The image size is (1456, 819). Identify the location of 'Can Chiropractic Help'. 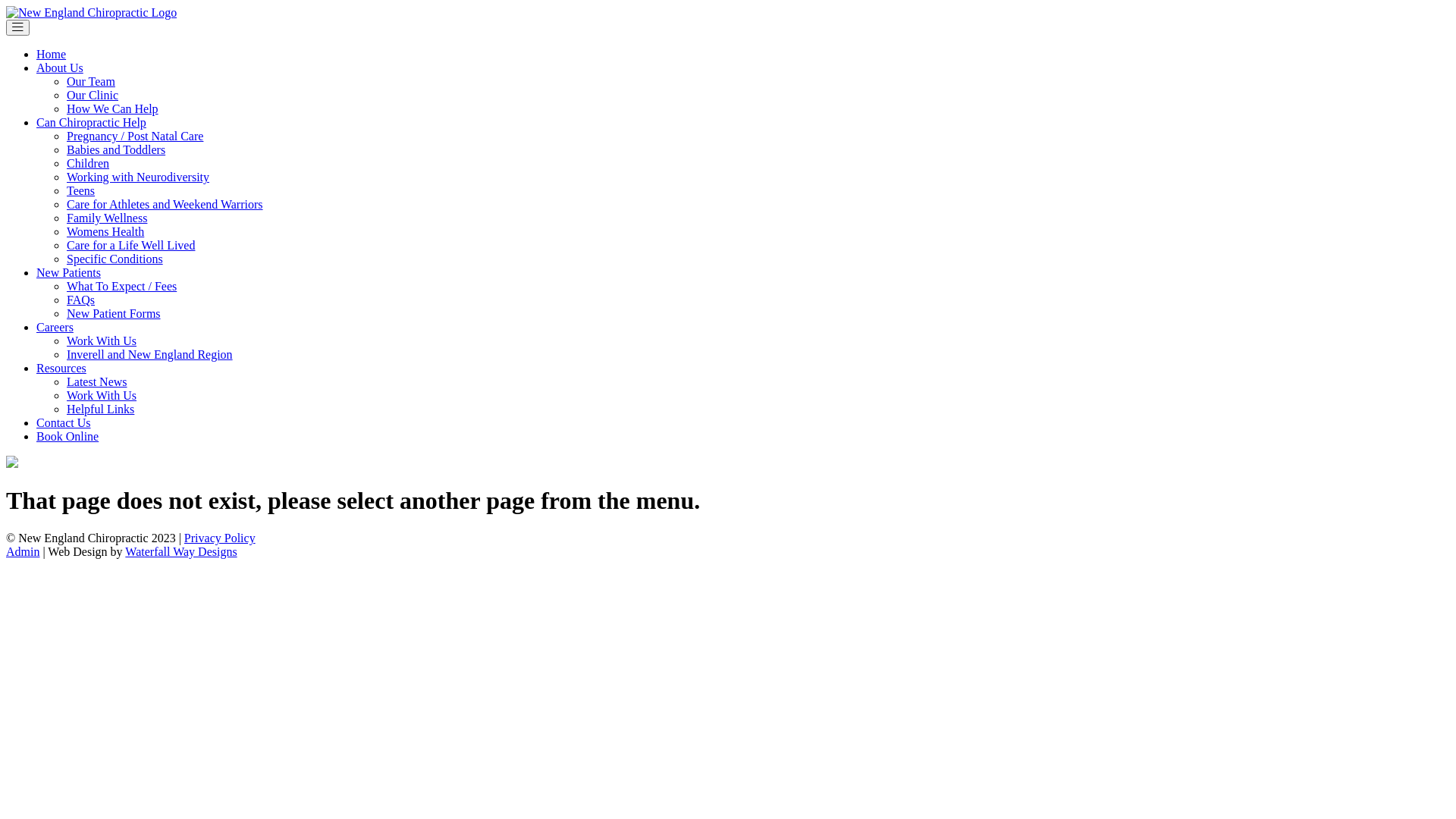
(90, 121).